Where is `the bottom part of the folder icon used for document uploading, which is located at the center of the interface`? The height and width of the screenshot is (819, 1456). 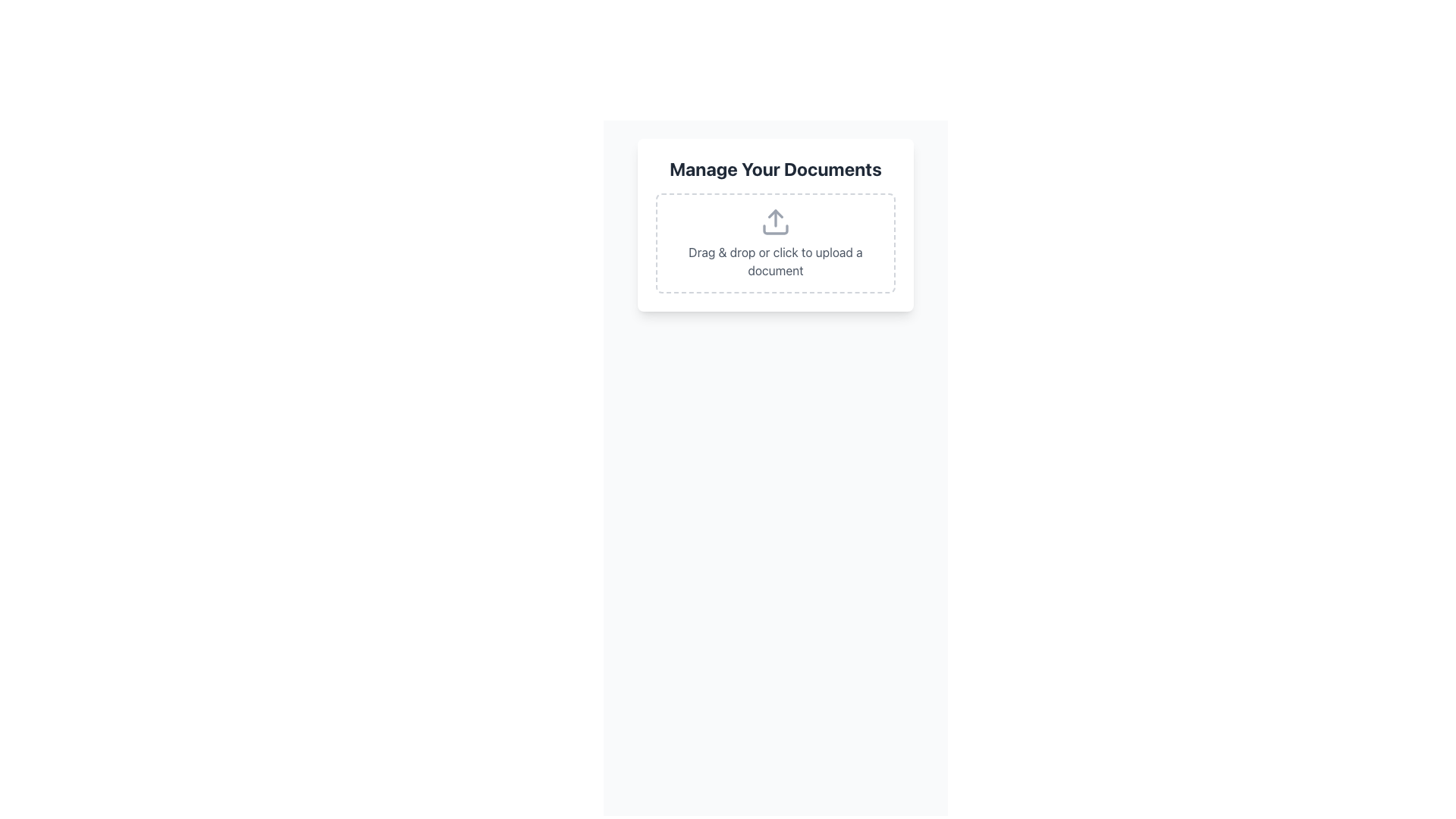 the bottom part of the folder icon used for document uploading, which is located at the center of the interface is located at coordinates (775, 230).